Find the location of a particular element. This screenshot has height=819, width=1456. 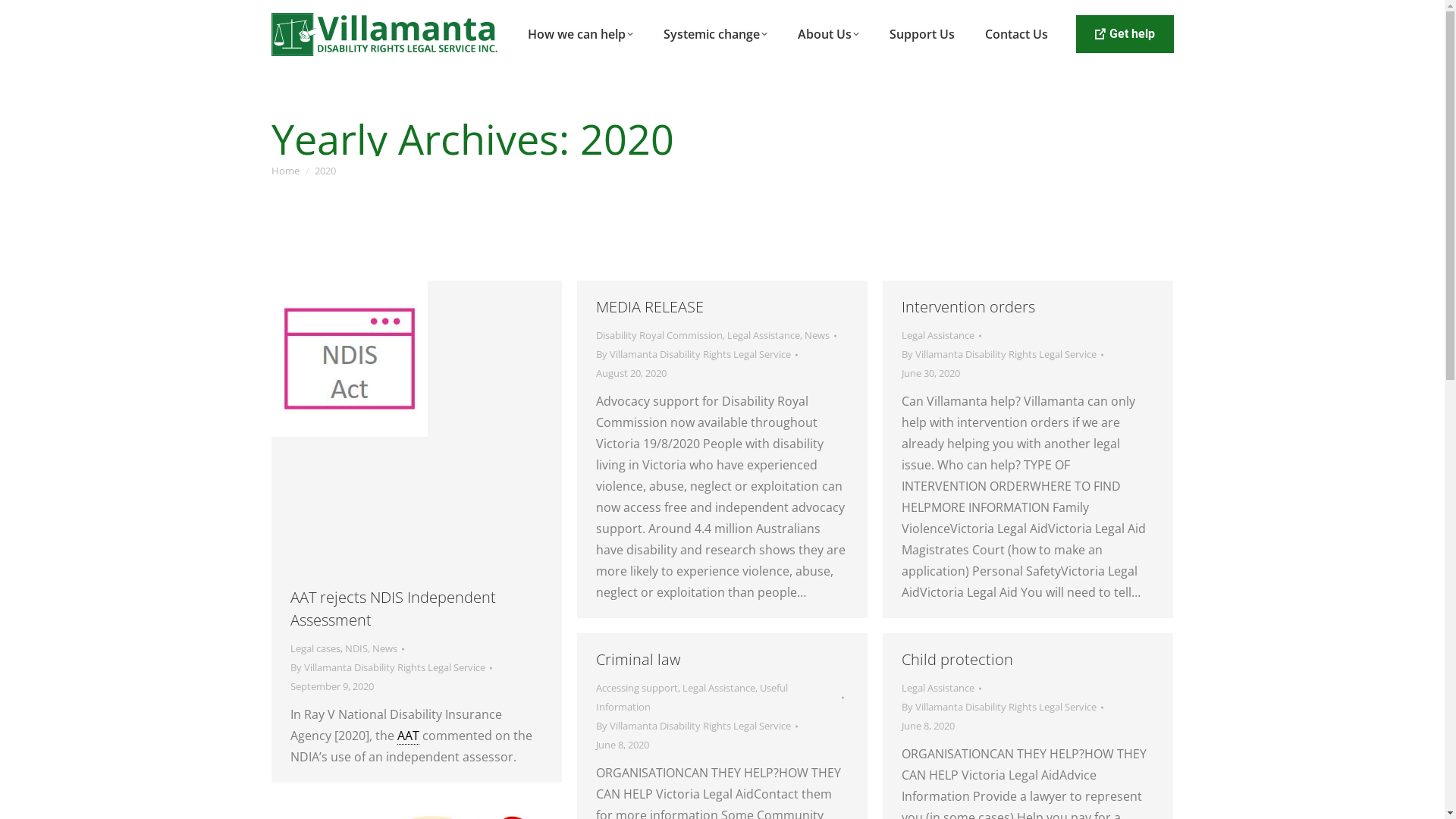

'Legal cases' is located at coordinates (290, 648).